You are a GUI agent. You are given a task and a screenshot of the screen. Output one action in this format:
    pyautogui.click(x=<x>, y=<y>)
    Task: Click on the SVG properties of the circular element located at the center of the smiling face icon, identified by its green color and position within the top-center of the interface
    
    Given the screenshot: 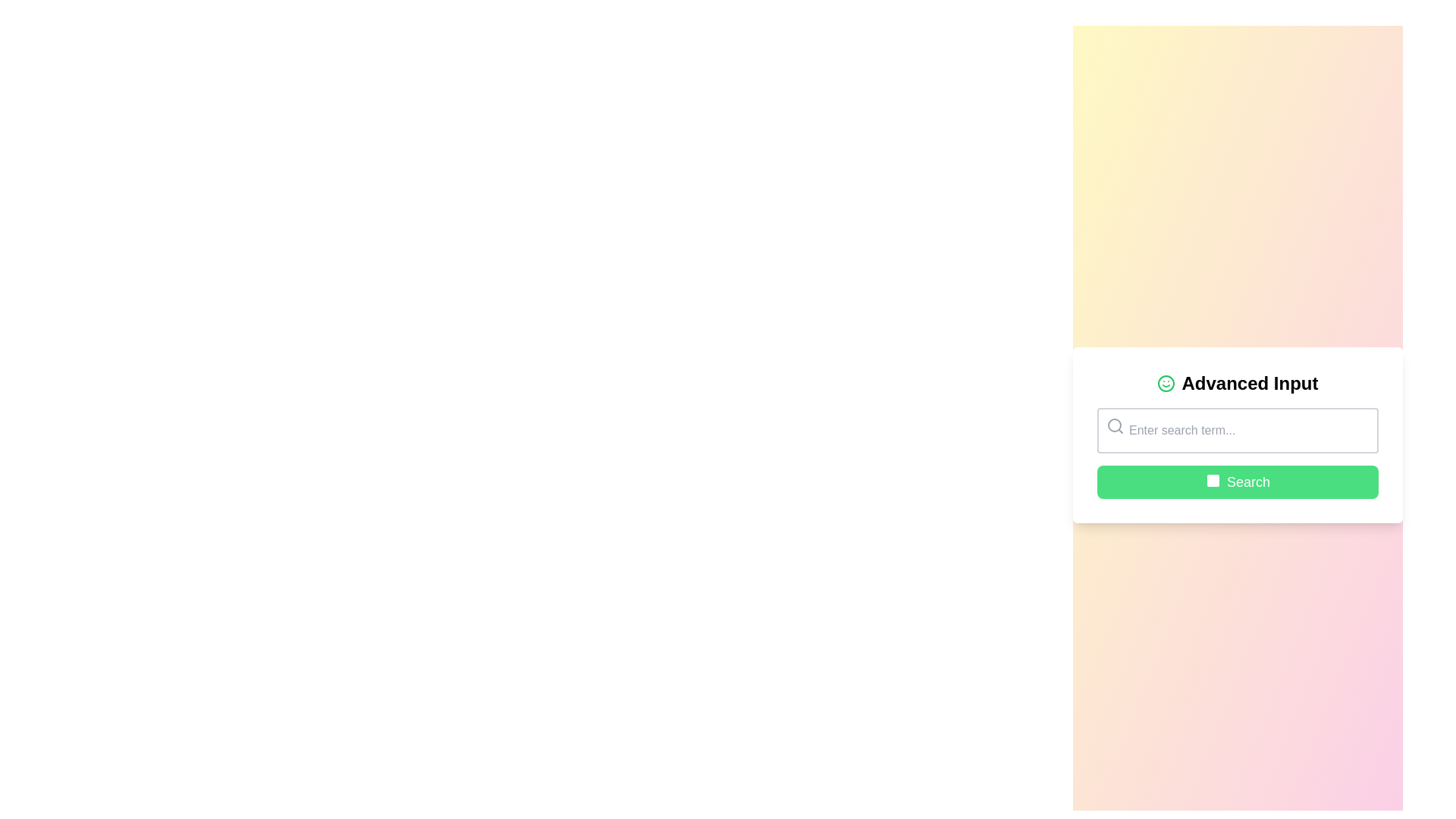 What is the action you would take?
    pyautogui.click(x=1166, y=382)
    